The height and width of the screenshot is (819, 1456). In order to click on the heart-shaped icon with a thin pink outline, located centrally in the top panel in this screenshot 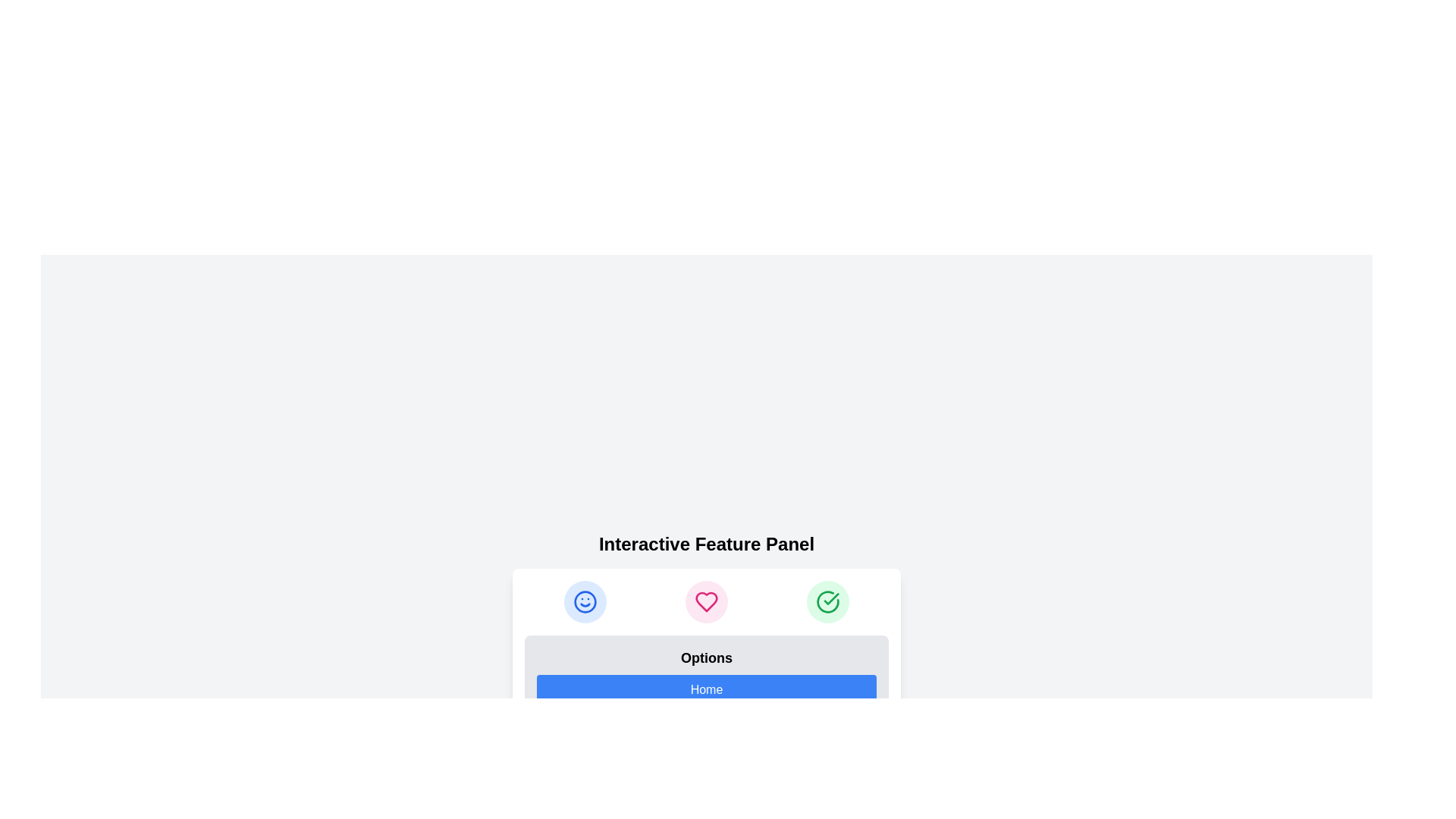, I will do `click(705, 601)`.